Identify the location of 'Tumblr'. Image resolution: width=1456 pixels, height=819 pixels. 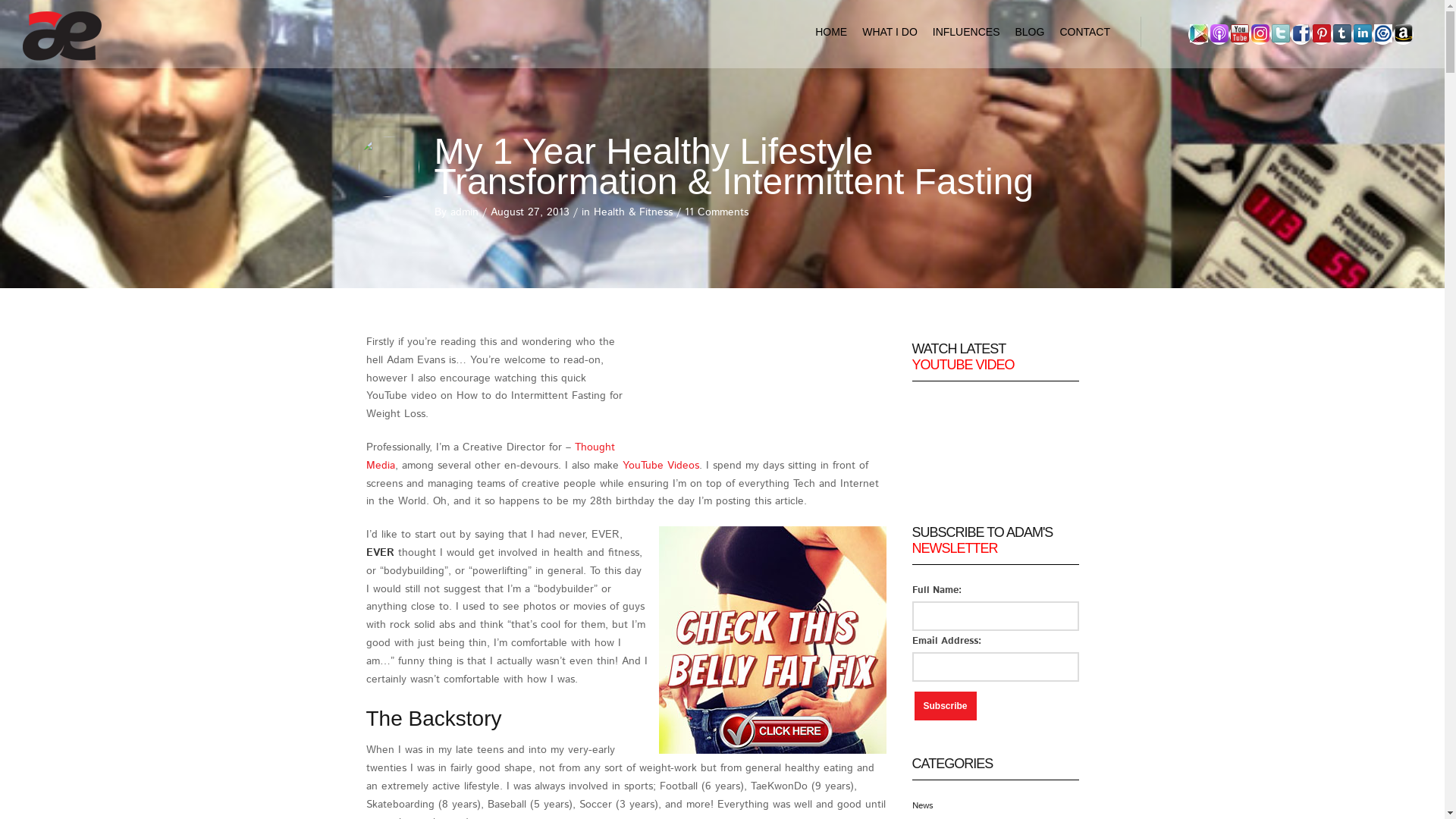
(1342, 33).